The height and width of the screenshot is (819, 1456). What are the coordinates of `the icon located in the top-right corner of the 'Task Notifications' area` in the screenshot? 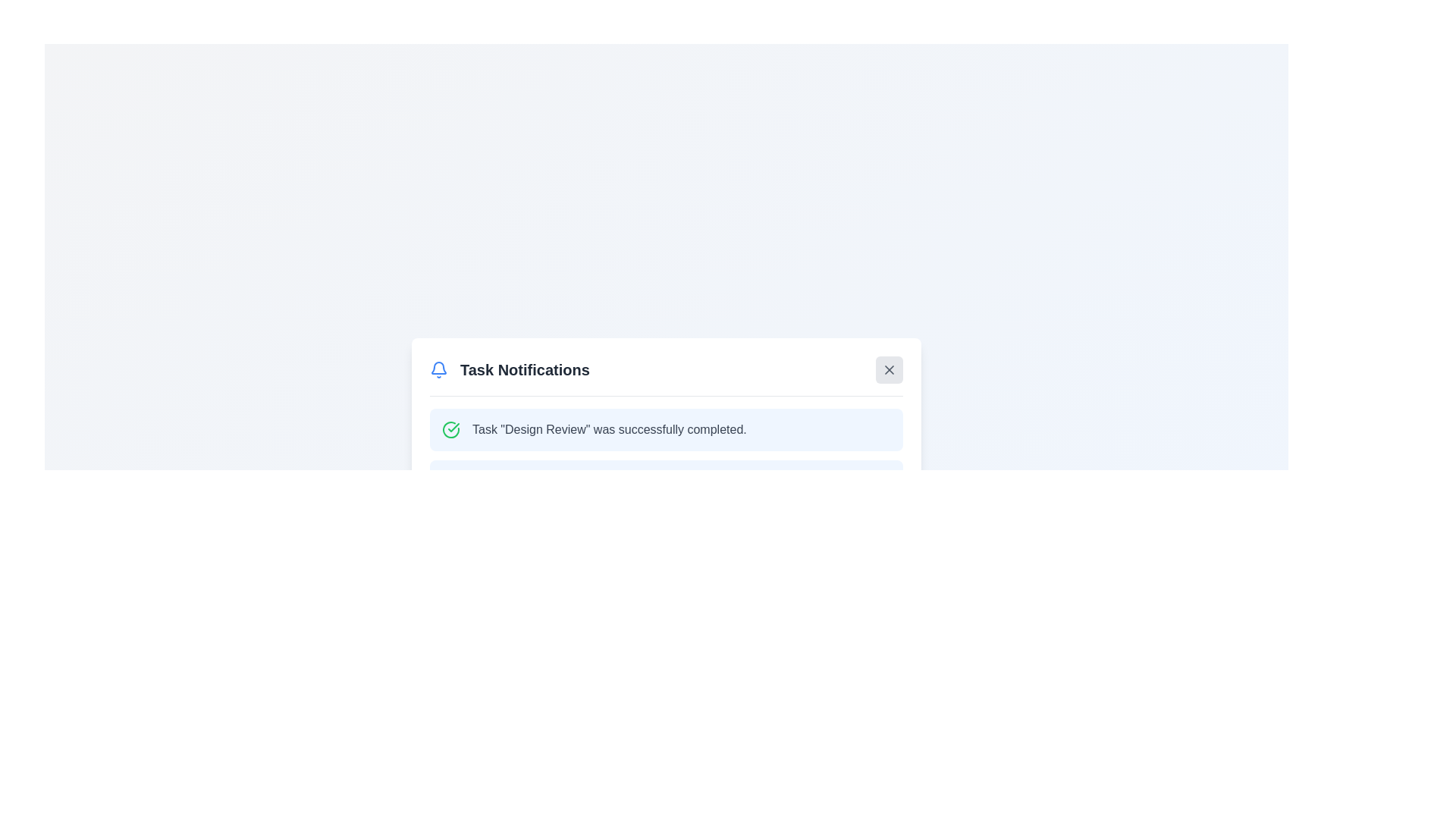 It's located at (889, 369).